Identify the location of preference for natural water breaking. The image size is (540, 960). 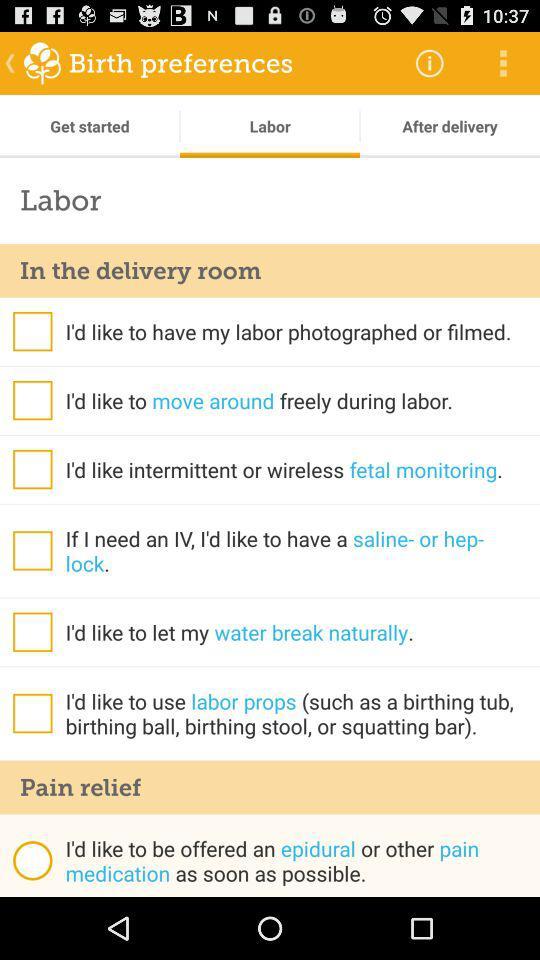
(31, 631).